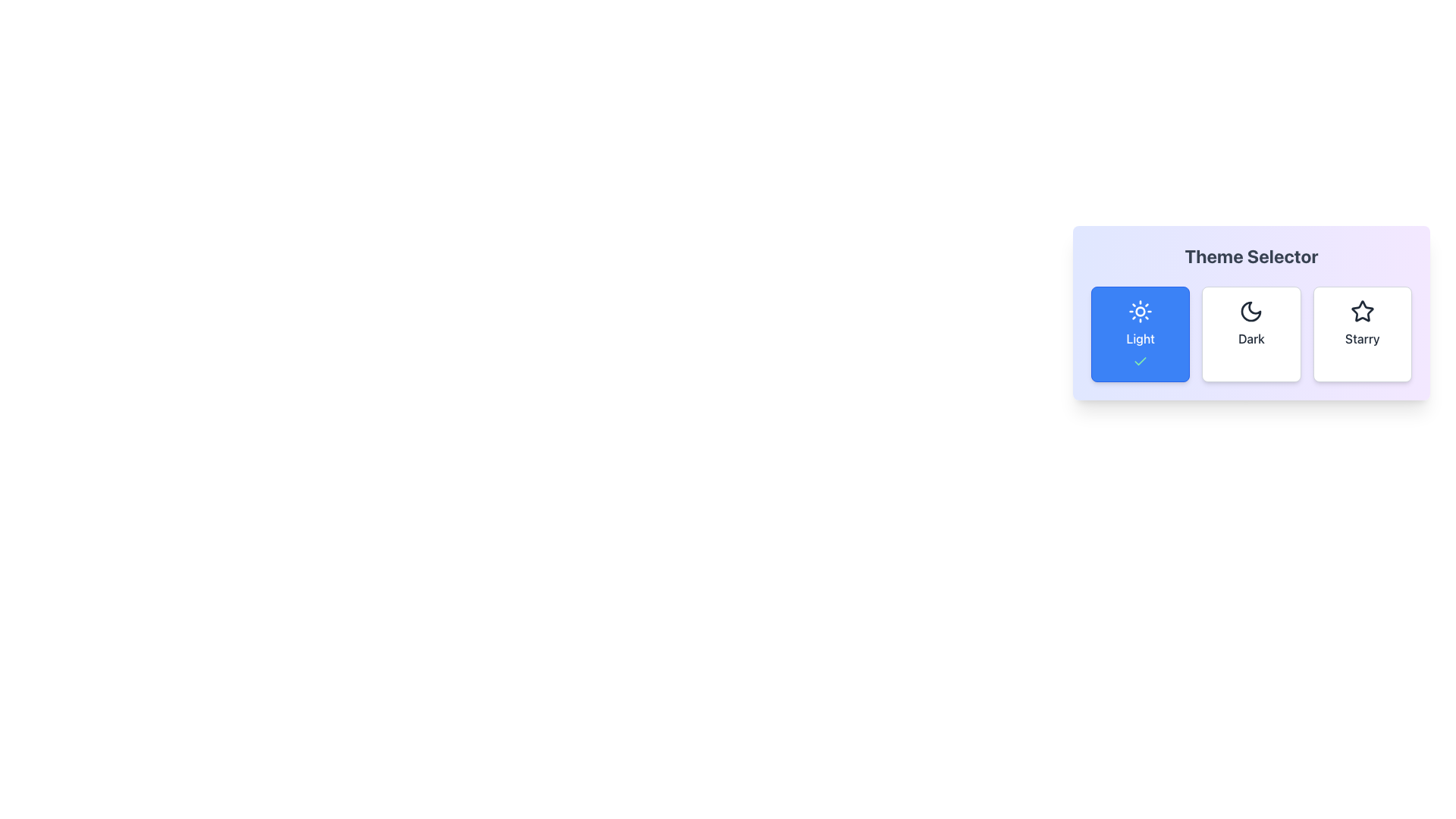 Image resolution: width=1456 pixels, height=819 pixels. I want to click on the 'Light' theme button, which is a rectangular button with a blue background, white text, a sun icon above the text, and a green checkmark below, located in the 'Theme Selector' group, so click(1141, 333).